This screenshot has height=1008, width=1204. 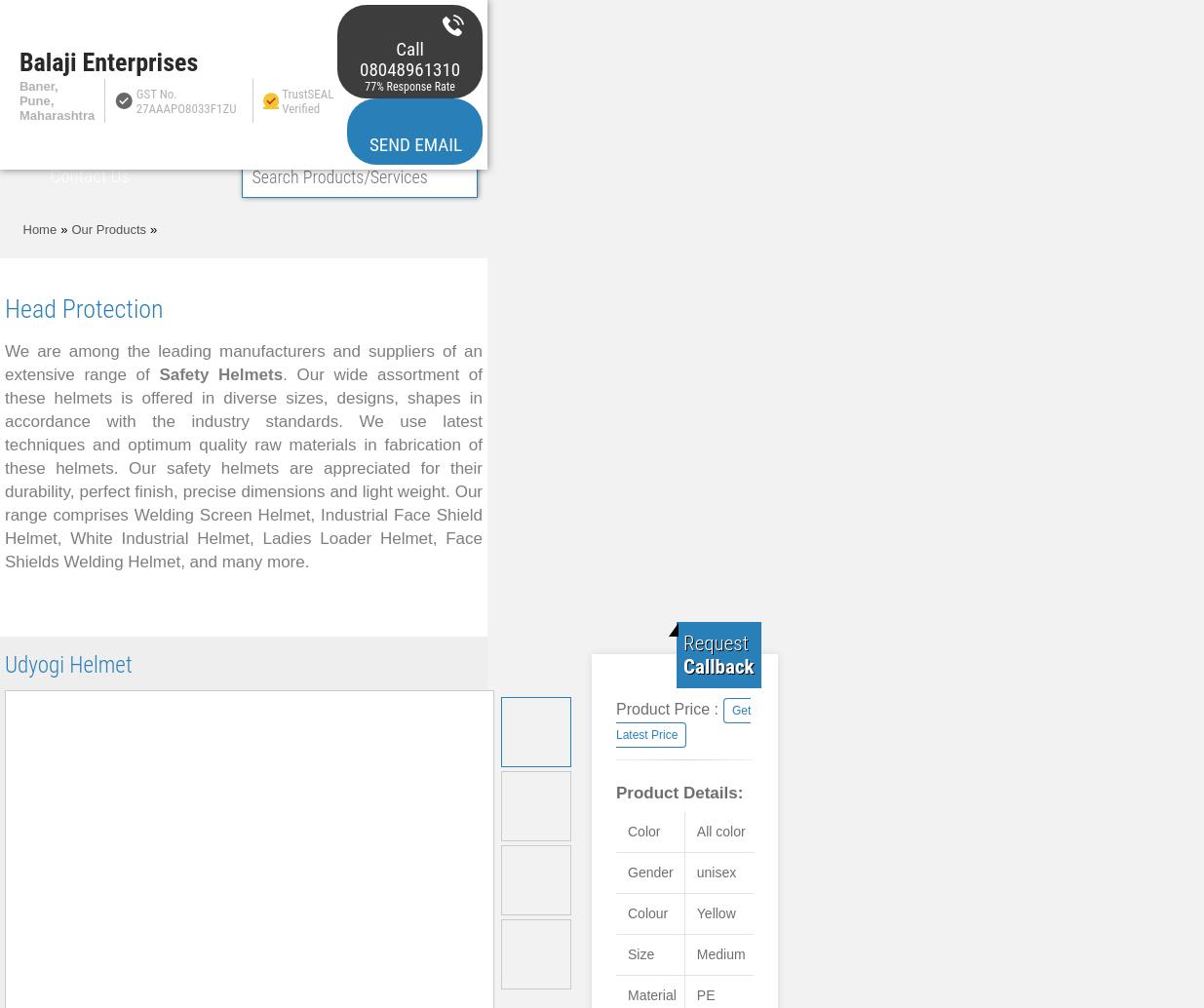 What do you see at coordinates (107, 62) in the screenshot?
I see `'Balaji Enterprises'` at bounding box center [107, 62].